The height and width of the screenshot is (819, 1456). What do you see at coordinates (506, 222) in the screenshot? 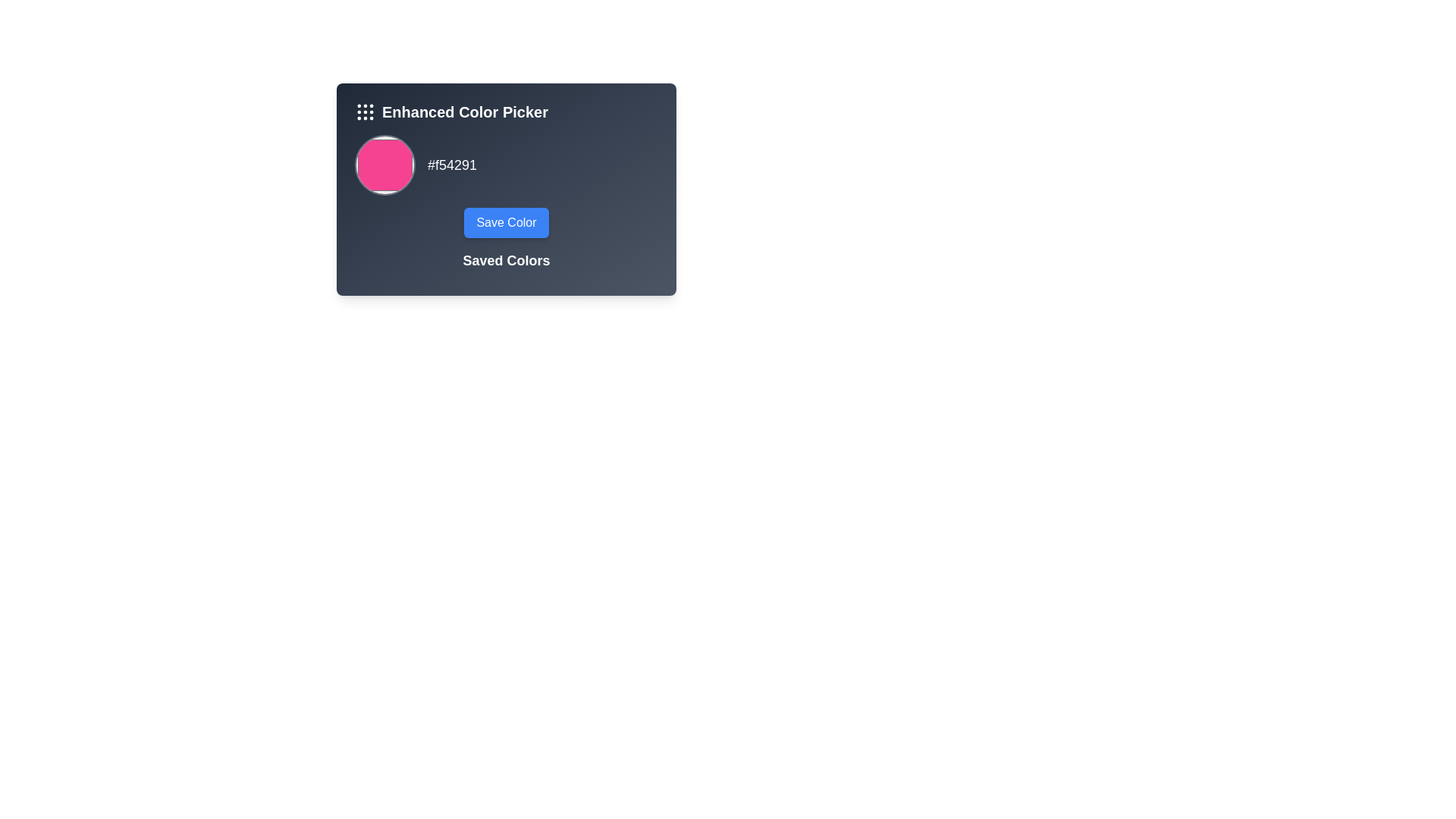
I see `the interactive save button located at the lower central area of the interface` at bounding box center [506, 222].